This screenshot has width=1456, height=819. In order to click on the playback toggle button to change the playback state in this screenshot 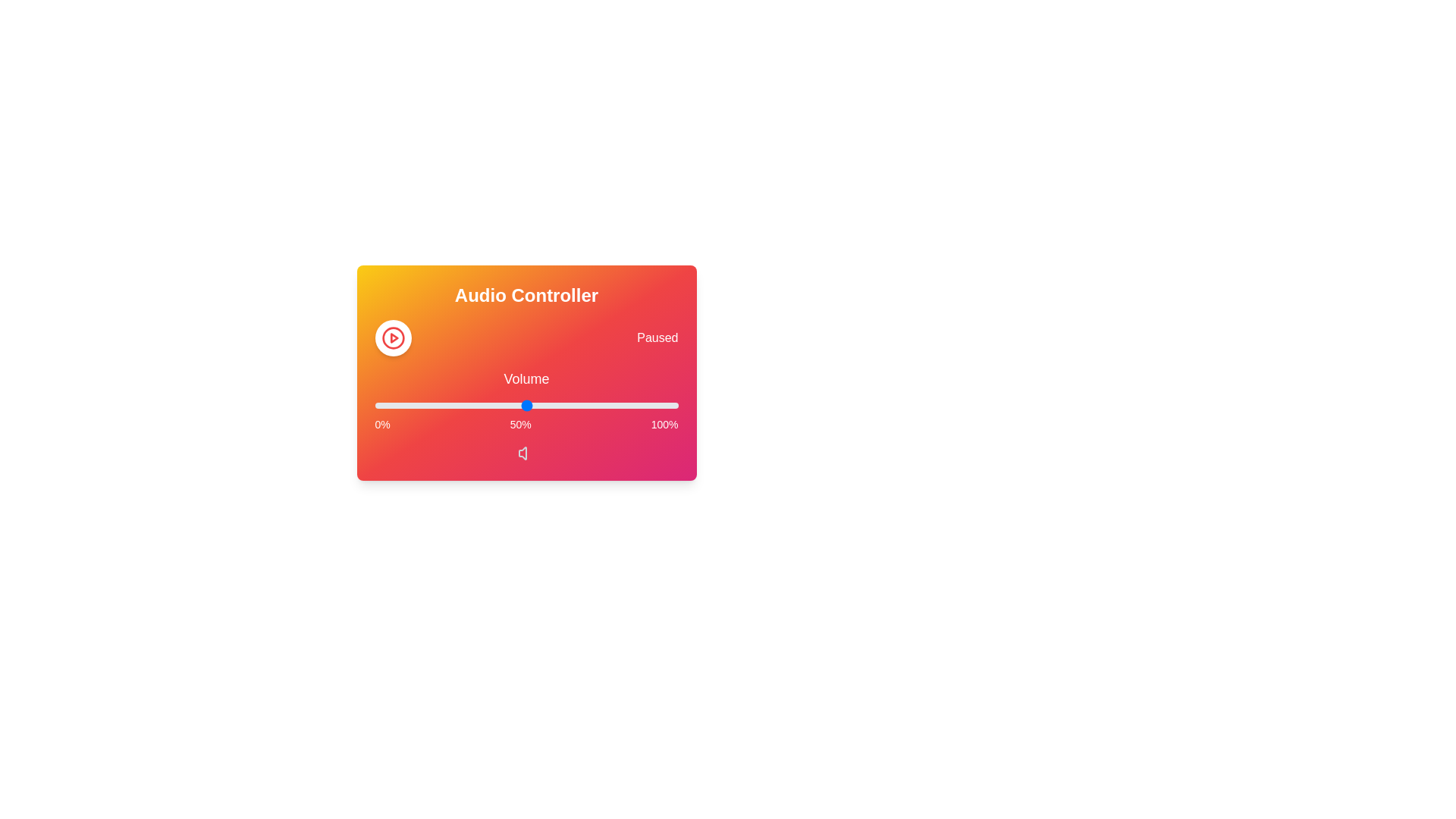, I will do `click(393, 337)`.